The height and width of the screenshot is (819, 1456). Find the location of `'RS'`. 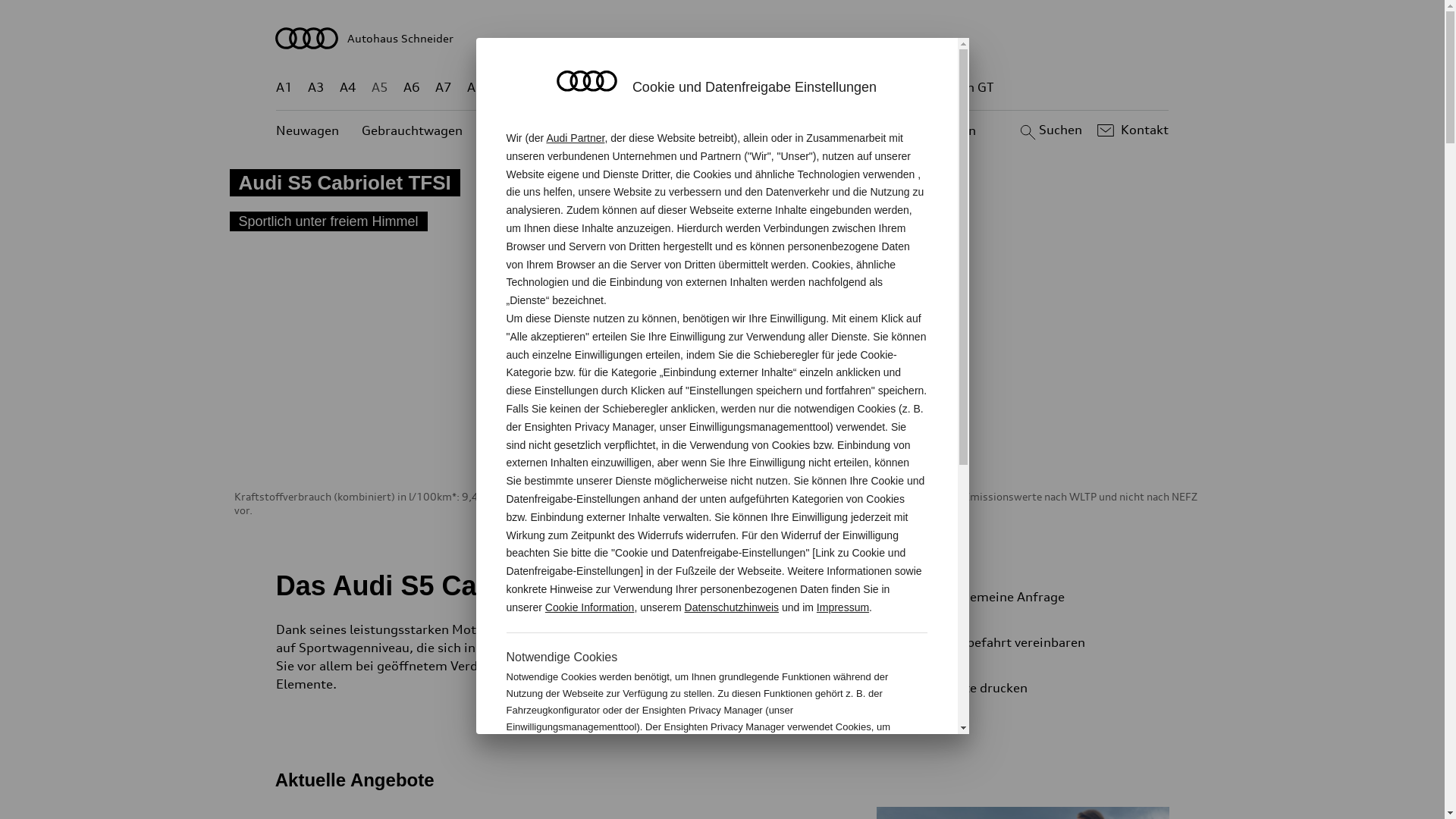

'RS' is located at coordinates (861, 87).